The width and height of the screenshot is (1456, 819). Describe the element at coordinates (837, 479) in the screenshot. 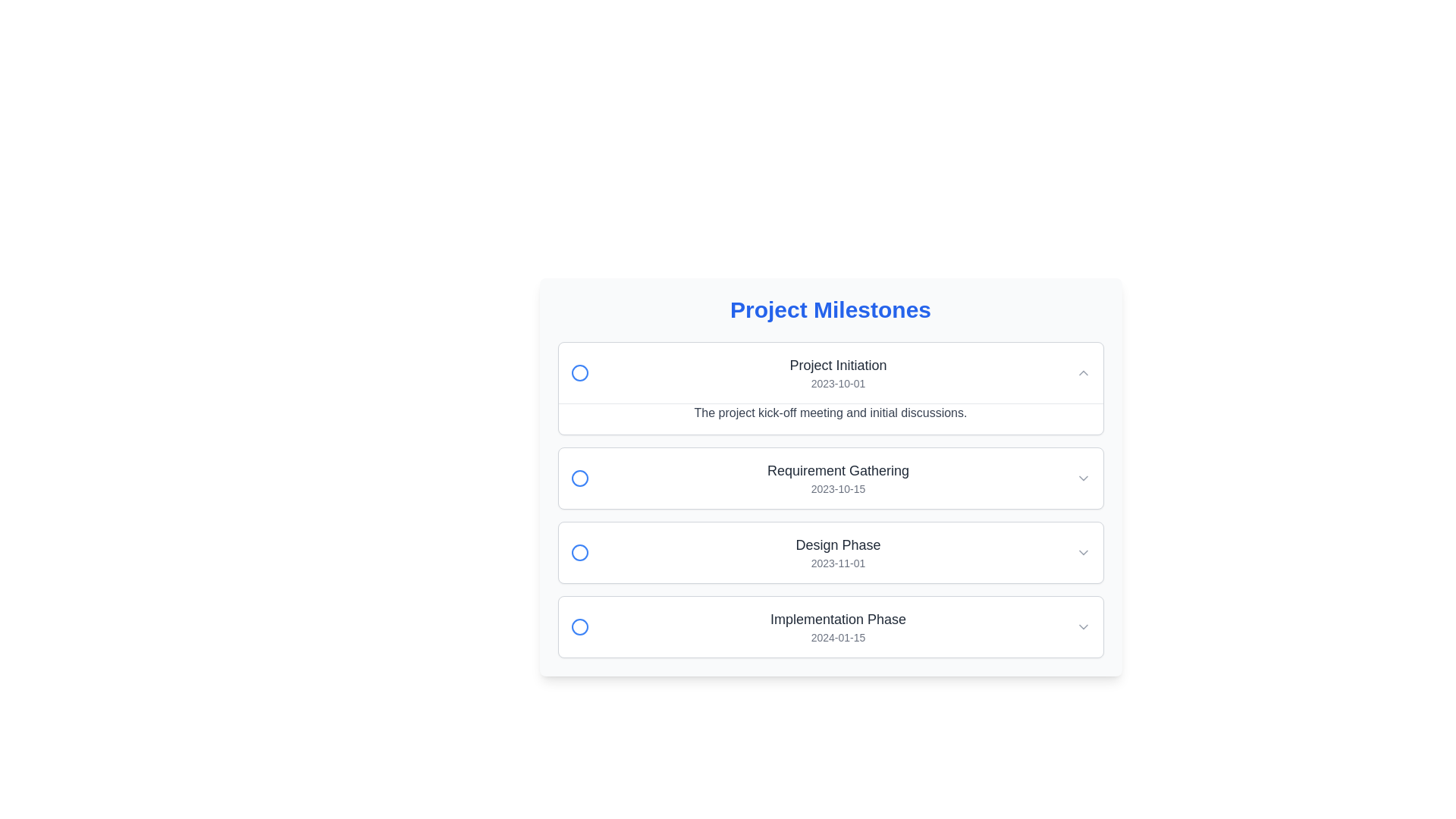

I see `the 'Requirement Gathering' phase descriptor in the 'Project Milestones' section` at that location.